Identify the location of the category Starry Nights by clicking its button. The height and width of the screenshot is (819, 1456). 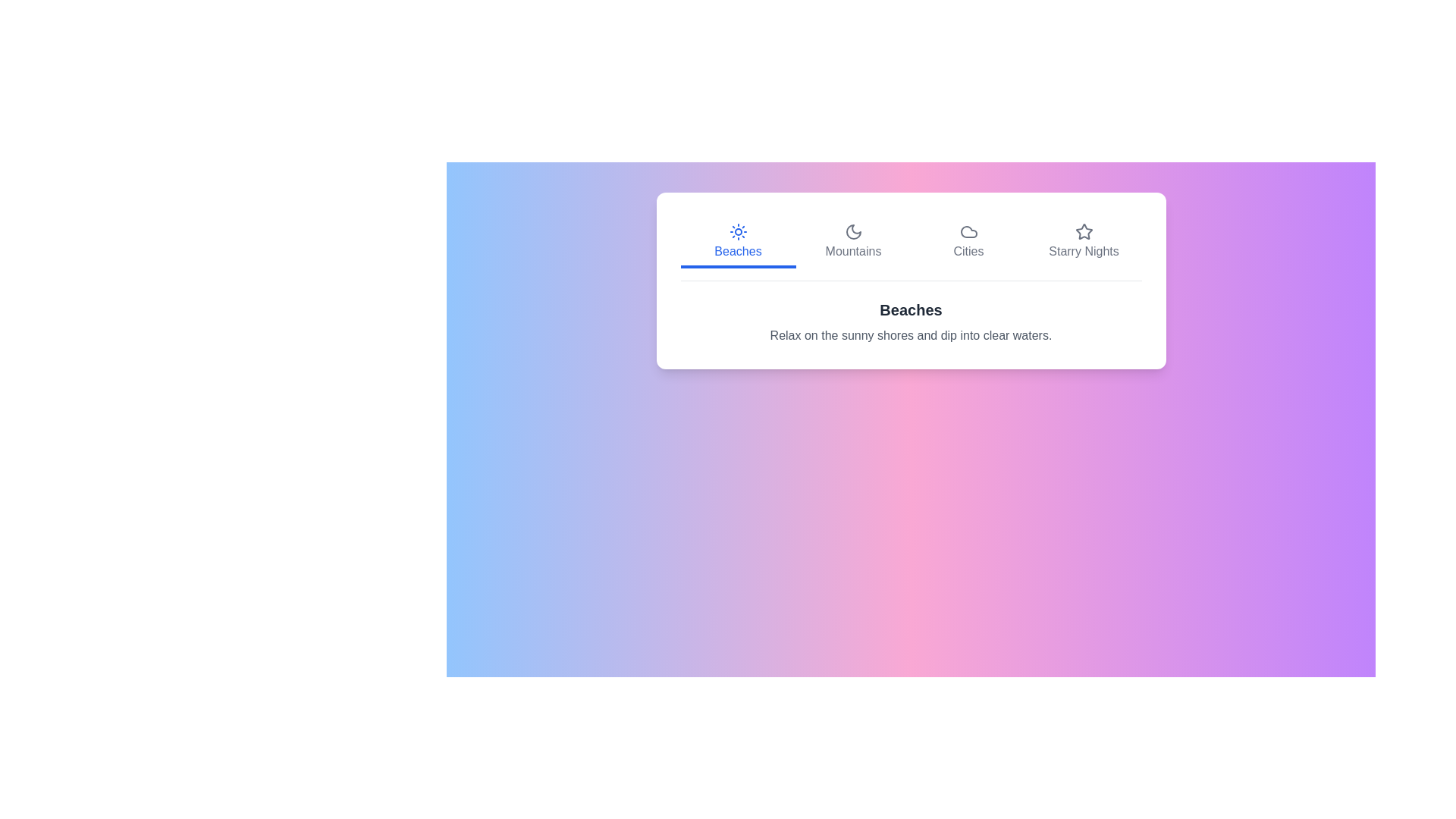
(1083, 242).